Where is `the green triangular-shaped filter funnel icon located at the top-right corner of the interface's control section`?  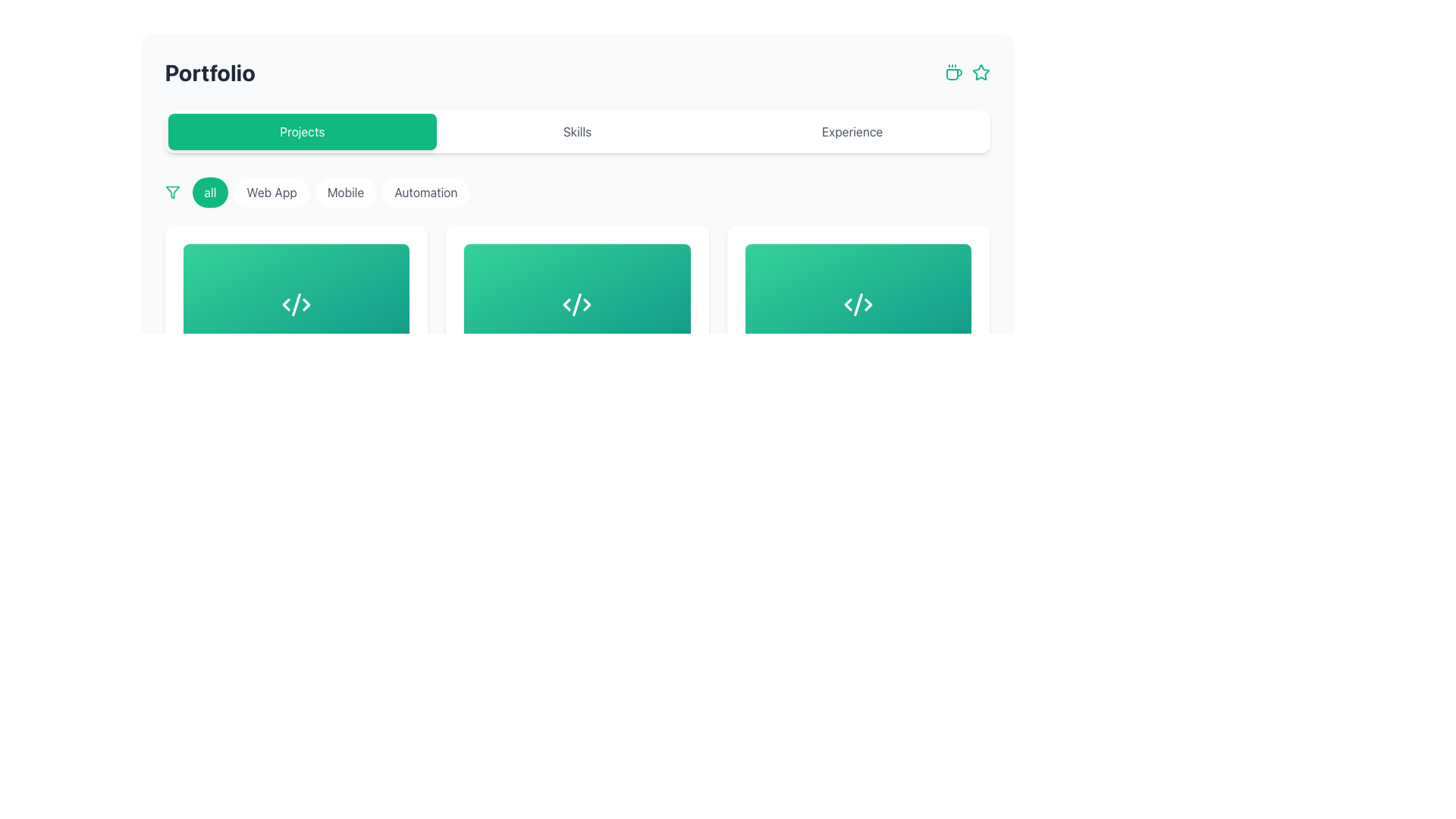
the green triangular-shaped filter funnel icon located at the top-right corner of the interface's control section is located at coordinates (172, 192).